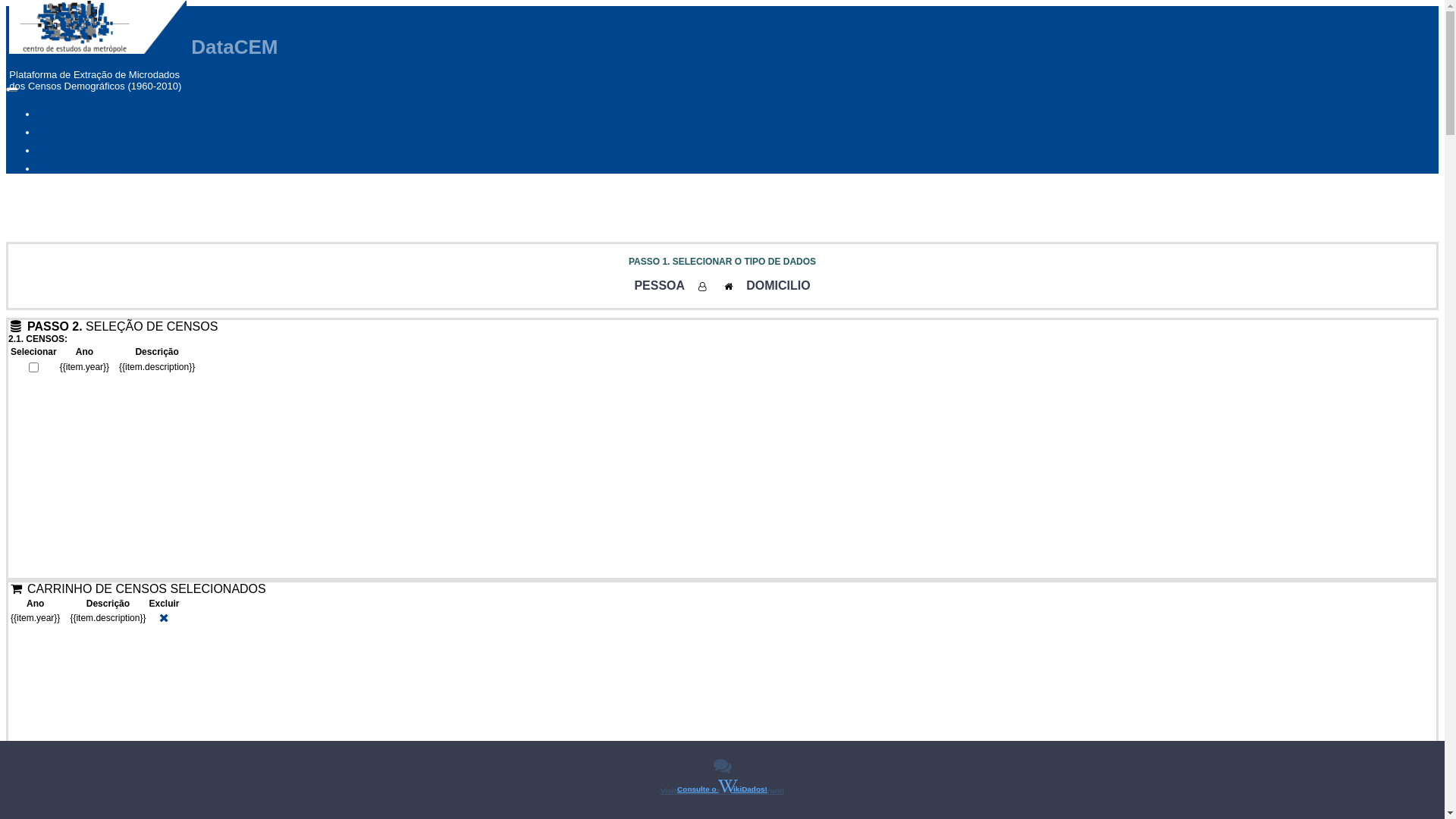 Image resolution: width=1456 pixels, height=819 pixels. Describe the element at coordinates (36, 8) in the screenshot. I see `'Gerar arquivo'` at that location.